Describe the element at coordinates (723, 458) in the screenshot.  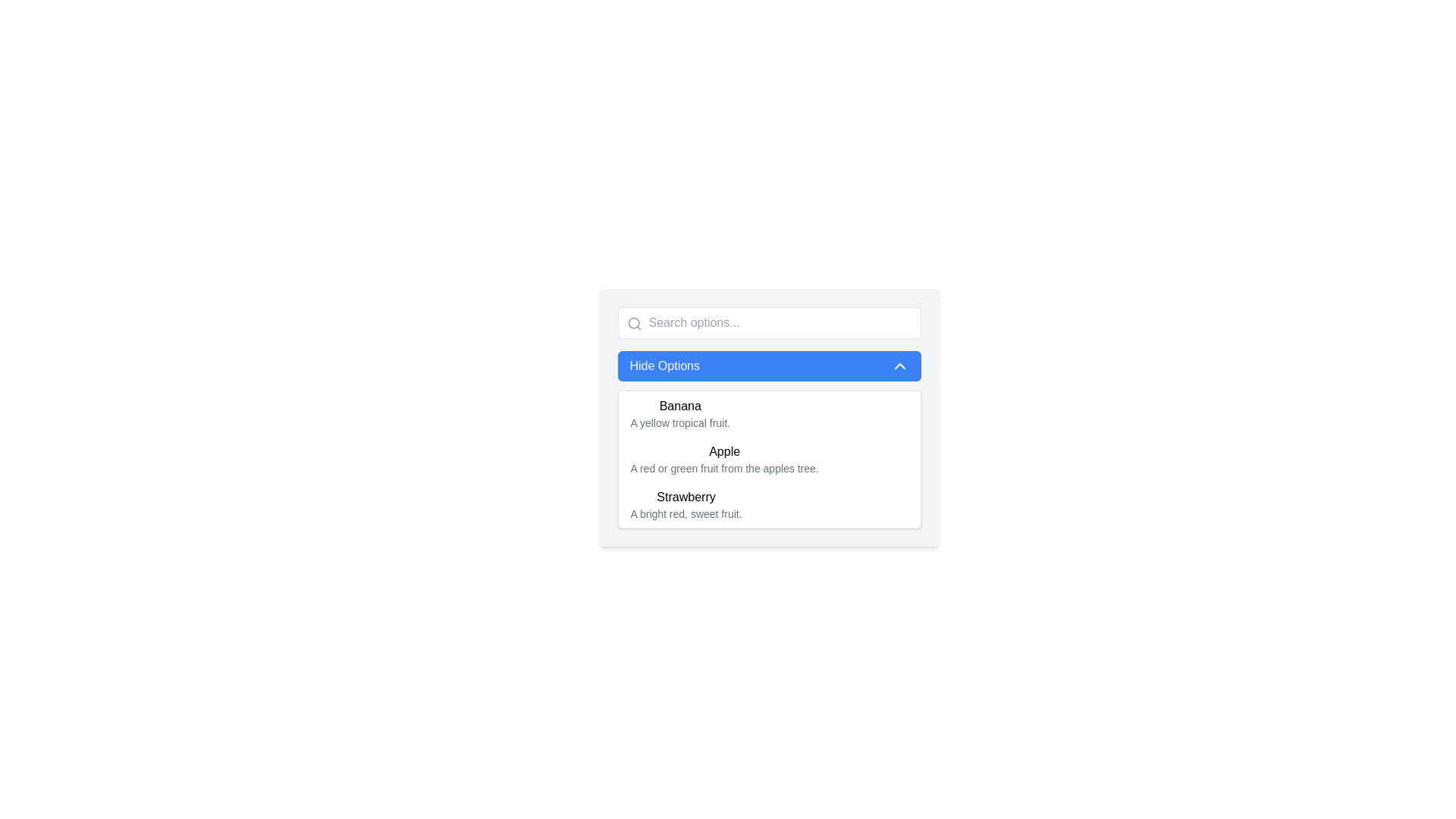
I see `the list item containing the title 'Apple' and its description` at that location.